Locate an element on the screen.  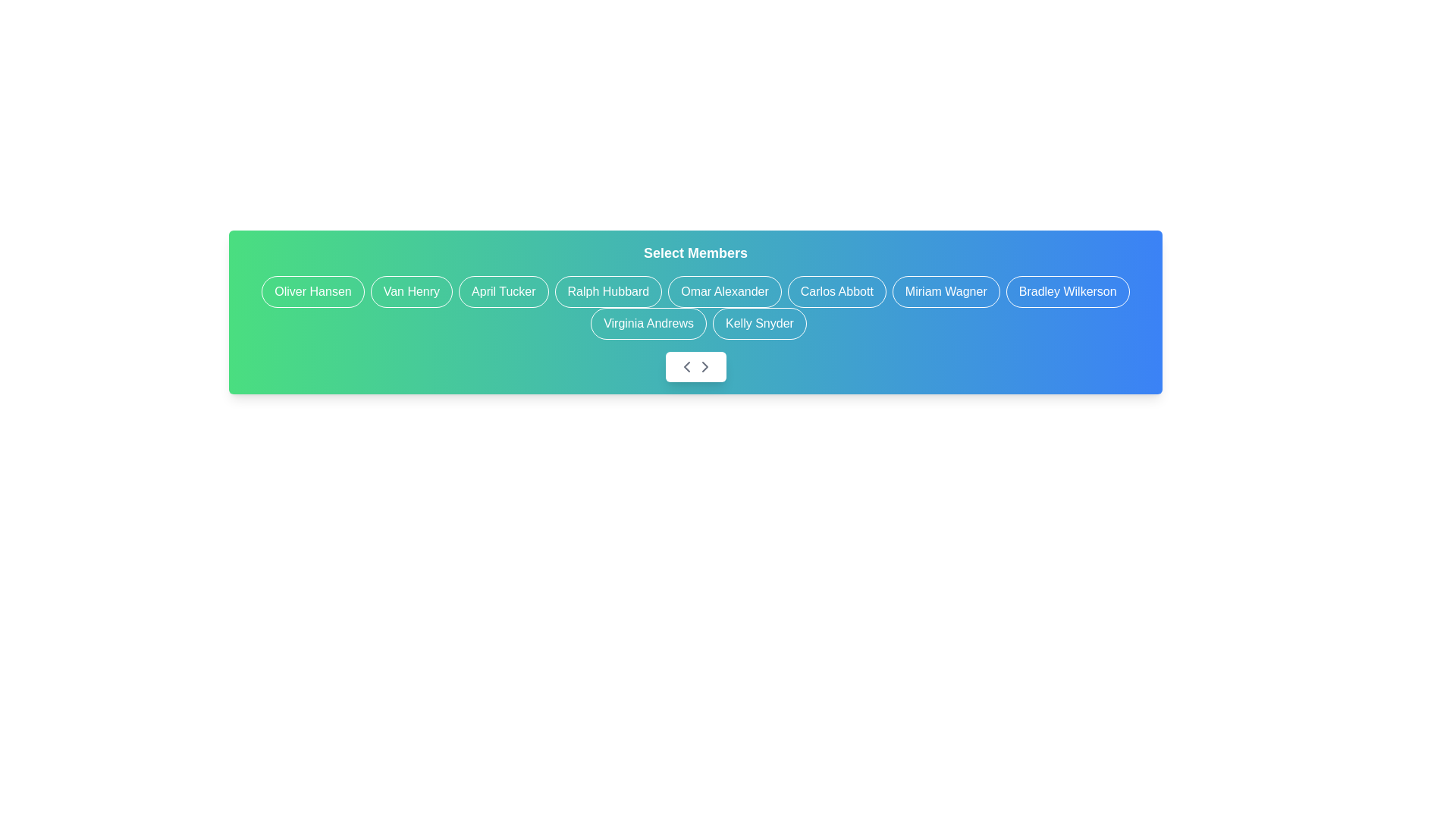
the button representing 'Omar Alexander', which is the fifth button from the left in a horizontally aligned group is located at coordinates (723, 292).